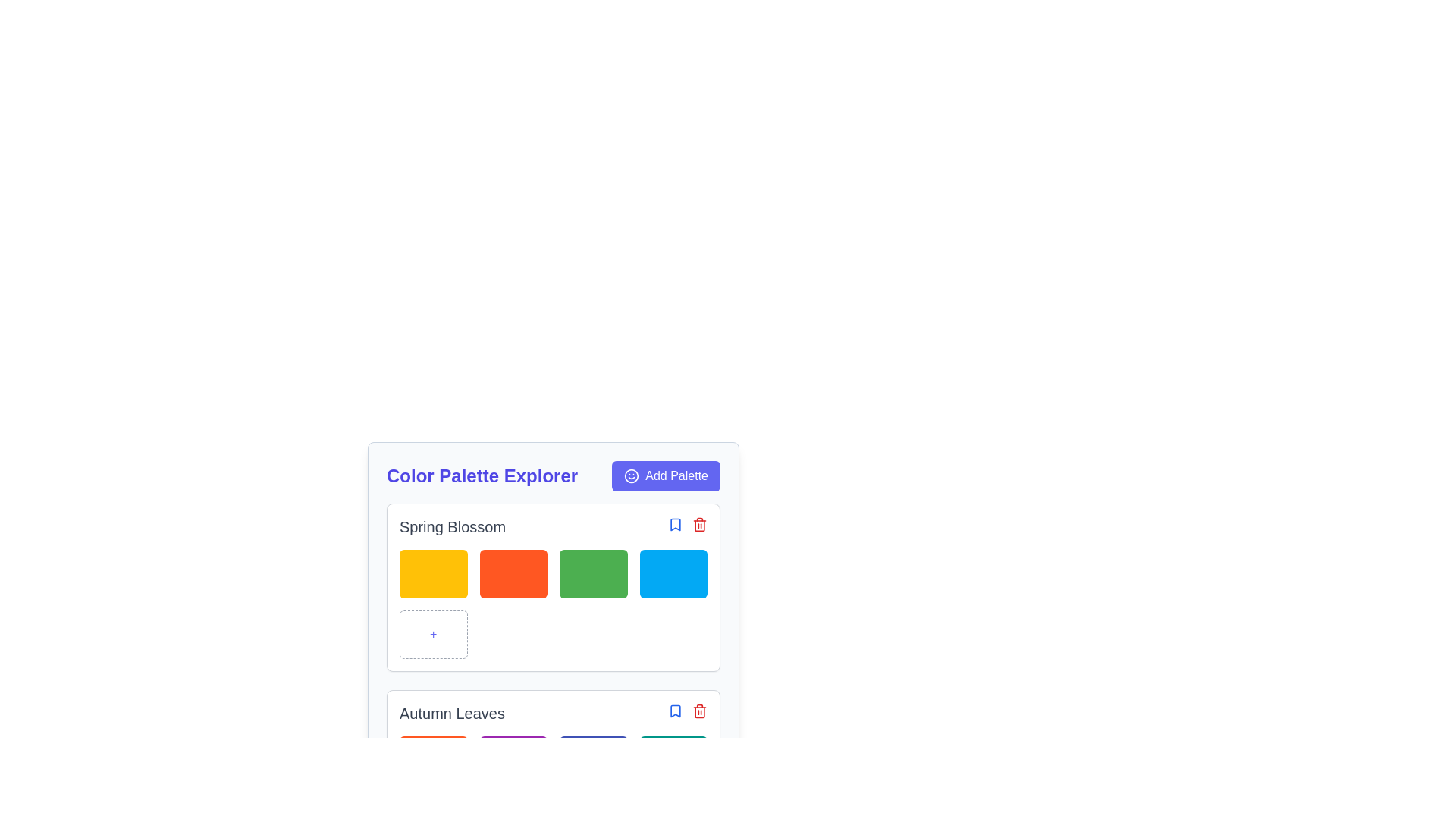  Describe the element at coordinates (552, 587) in the screenshot. I see `the third colored rectangular block representing the 'Spring Blossom' color in the color palette to interact with it` at that location.